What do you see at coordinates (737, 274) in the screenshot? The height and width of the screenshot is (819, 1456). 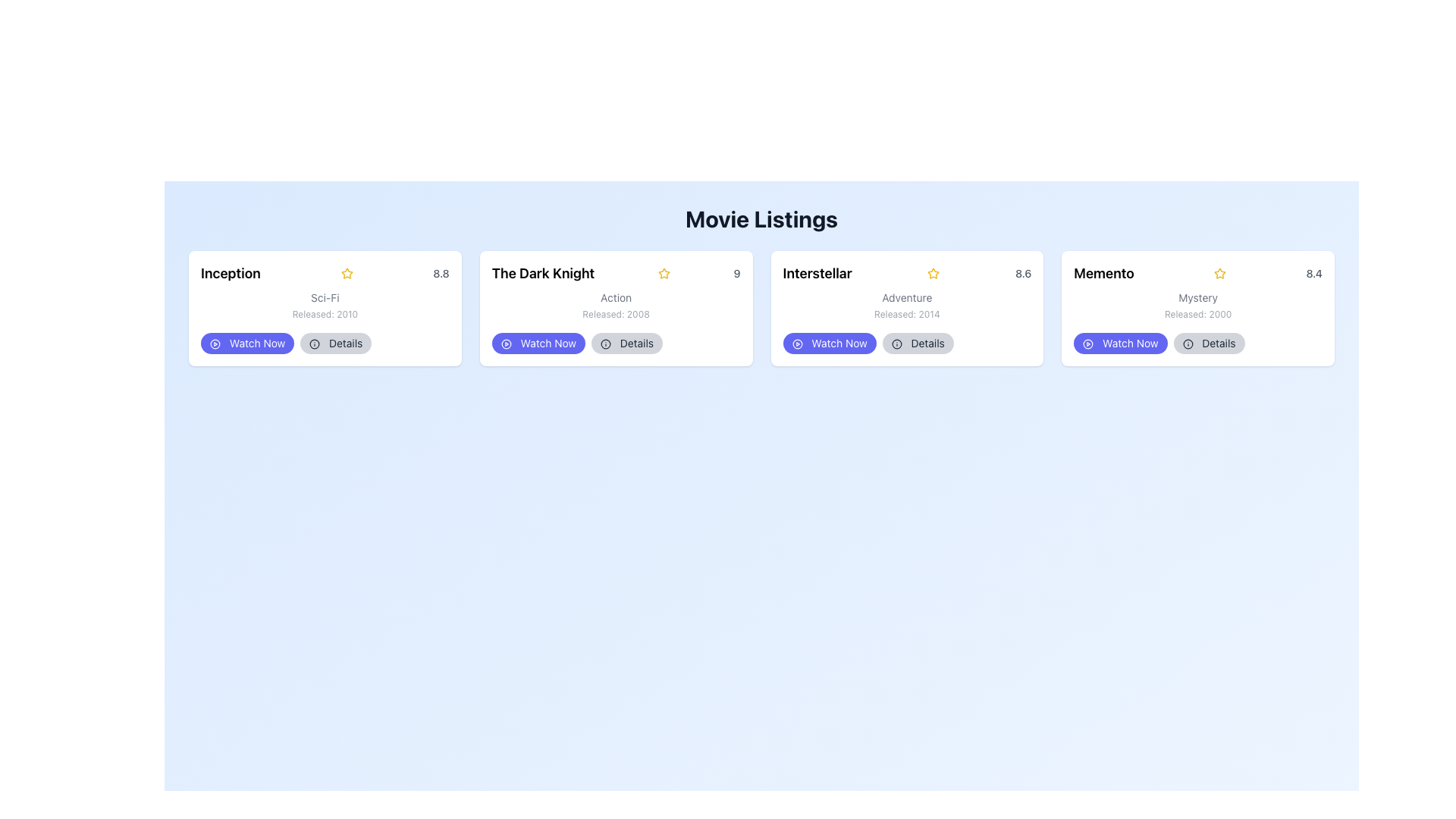 I see `the small text component displaying the number '9' in gray font, which is located within the movie card for 'The Dark Knight'` at bounding box center [737, 274].